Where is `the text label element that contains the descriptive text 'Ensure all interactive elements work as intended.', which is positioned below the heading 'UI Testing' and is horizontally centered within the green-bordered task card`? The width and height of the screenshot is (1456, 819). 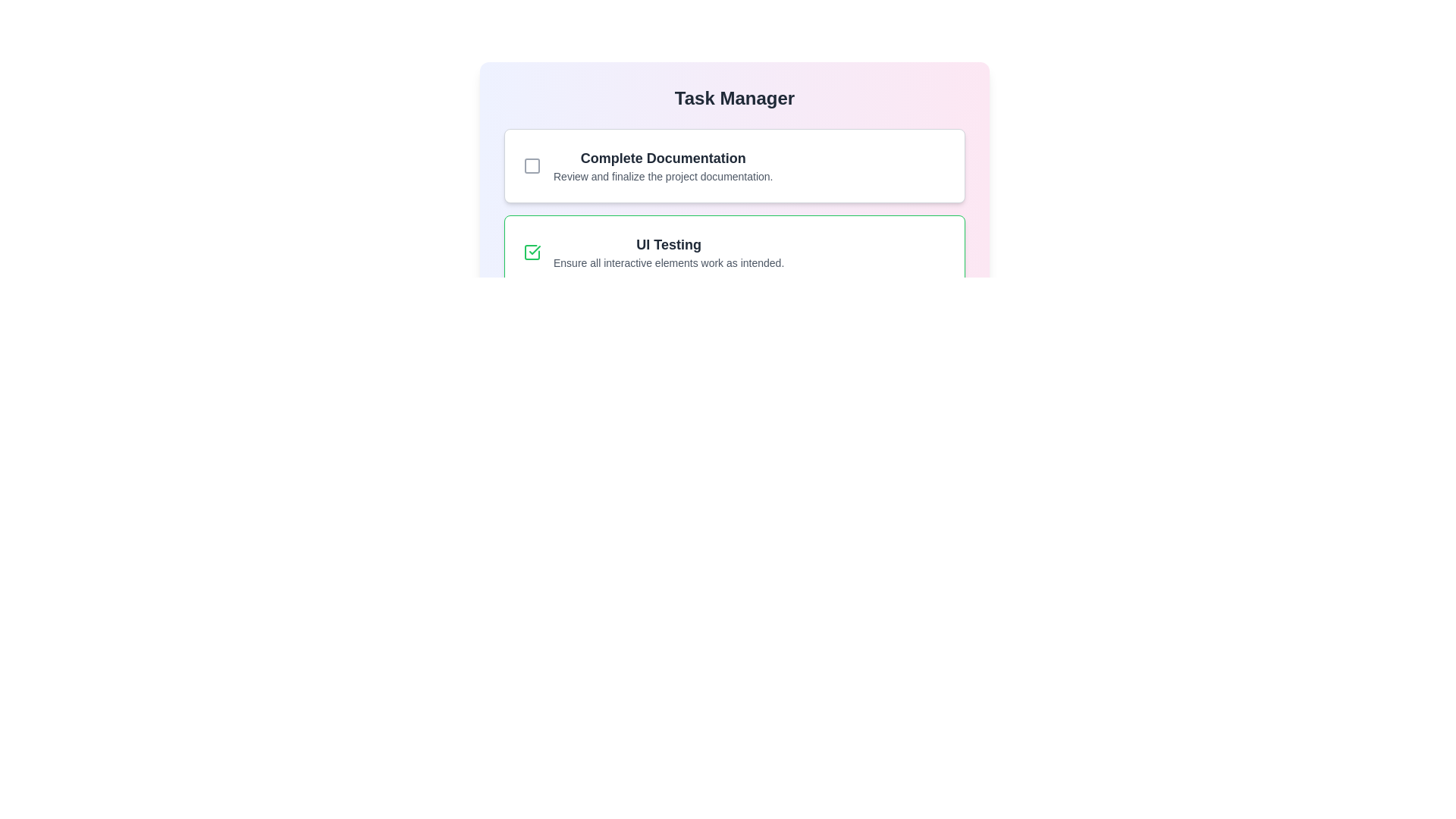
the text label element that contains the descriptive text 'Ensure all interactive elements work as intended.', which is positioned below the heading 'UI Testing' and is horizontally centered within the green-bordered task card is located at coordinates (668, 262).